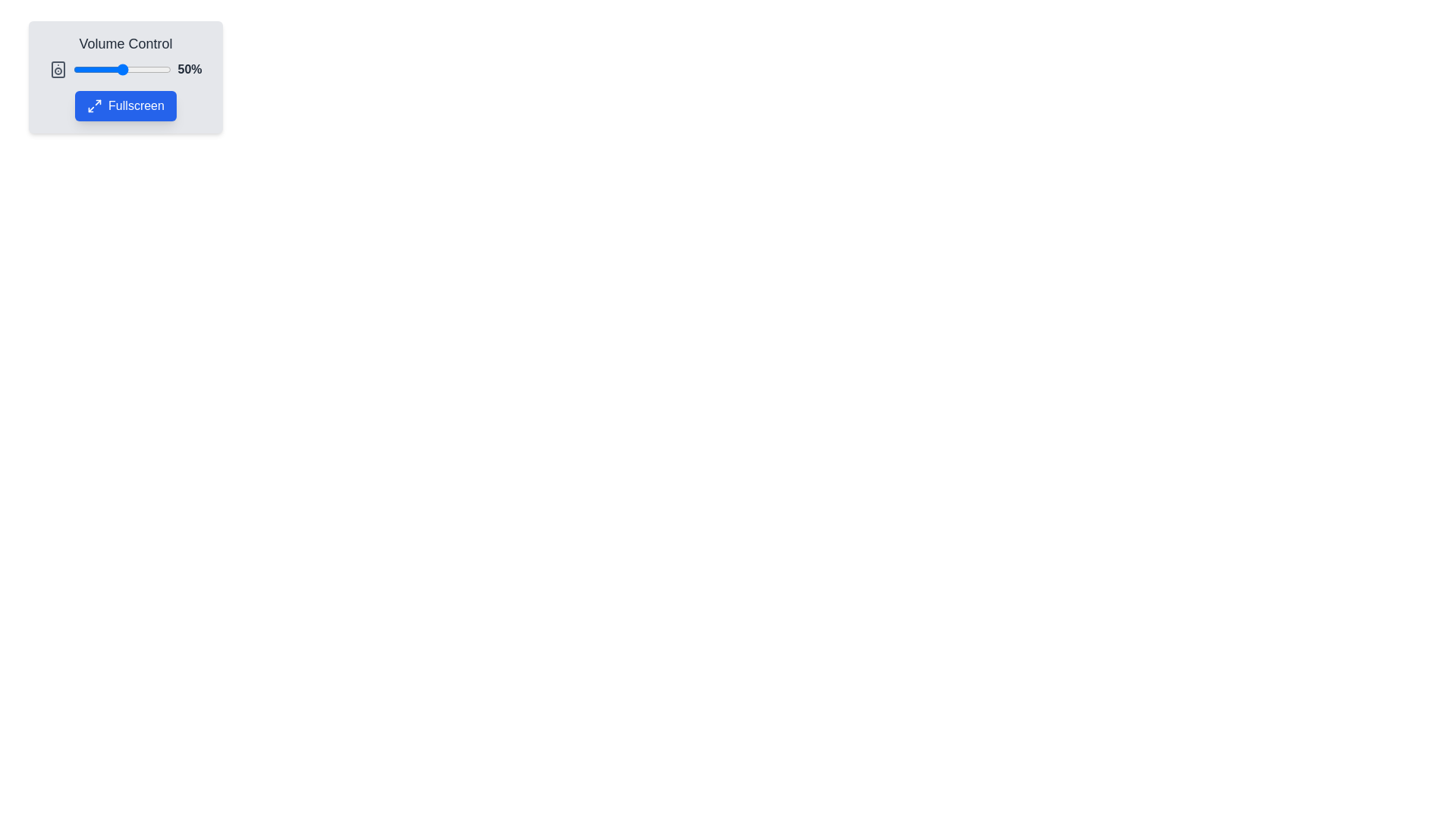  Describe the element at coordinates (127, 70) in the screenshot. I see `the volume to 55% by dragging the slider` at that location.